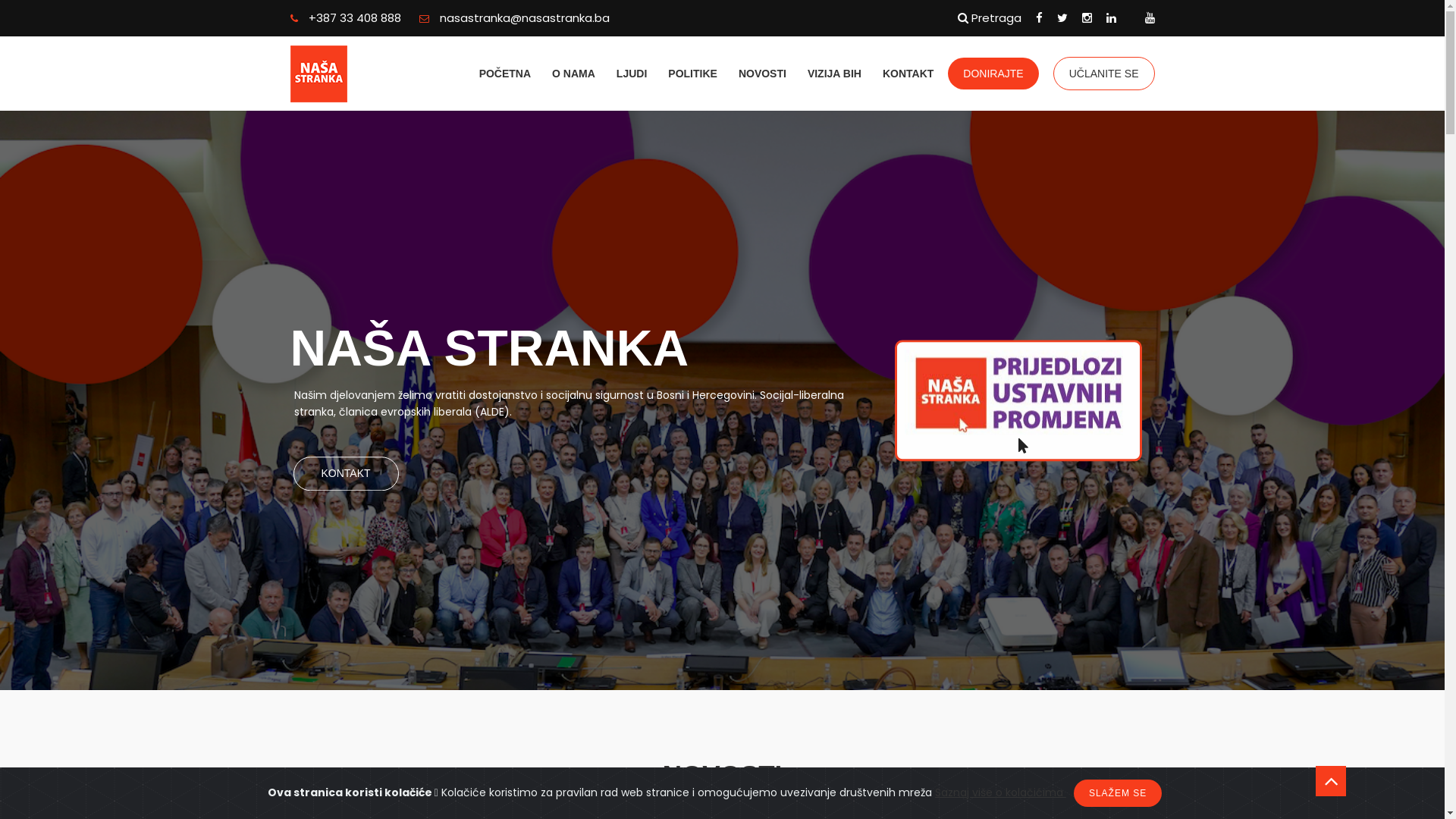  Describe the element at coordinates (908, 73) in the screenshot. I see `'KONTAKT'` at that location.